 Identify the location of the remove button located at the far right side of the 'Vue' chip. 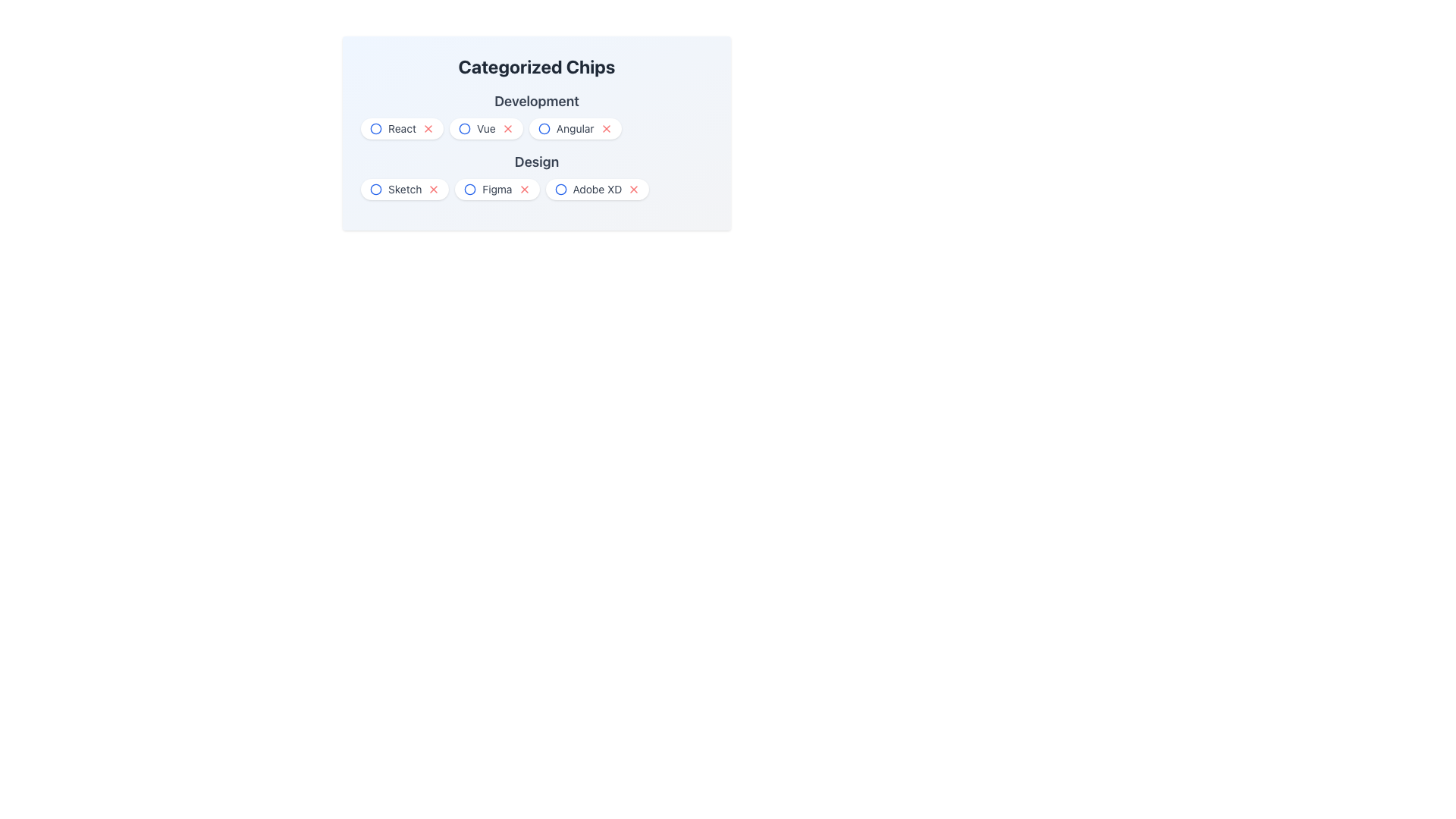
(507, 127).